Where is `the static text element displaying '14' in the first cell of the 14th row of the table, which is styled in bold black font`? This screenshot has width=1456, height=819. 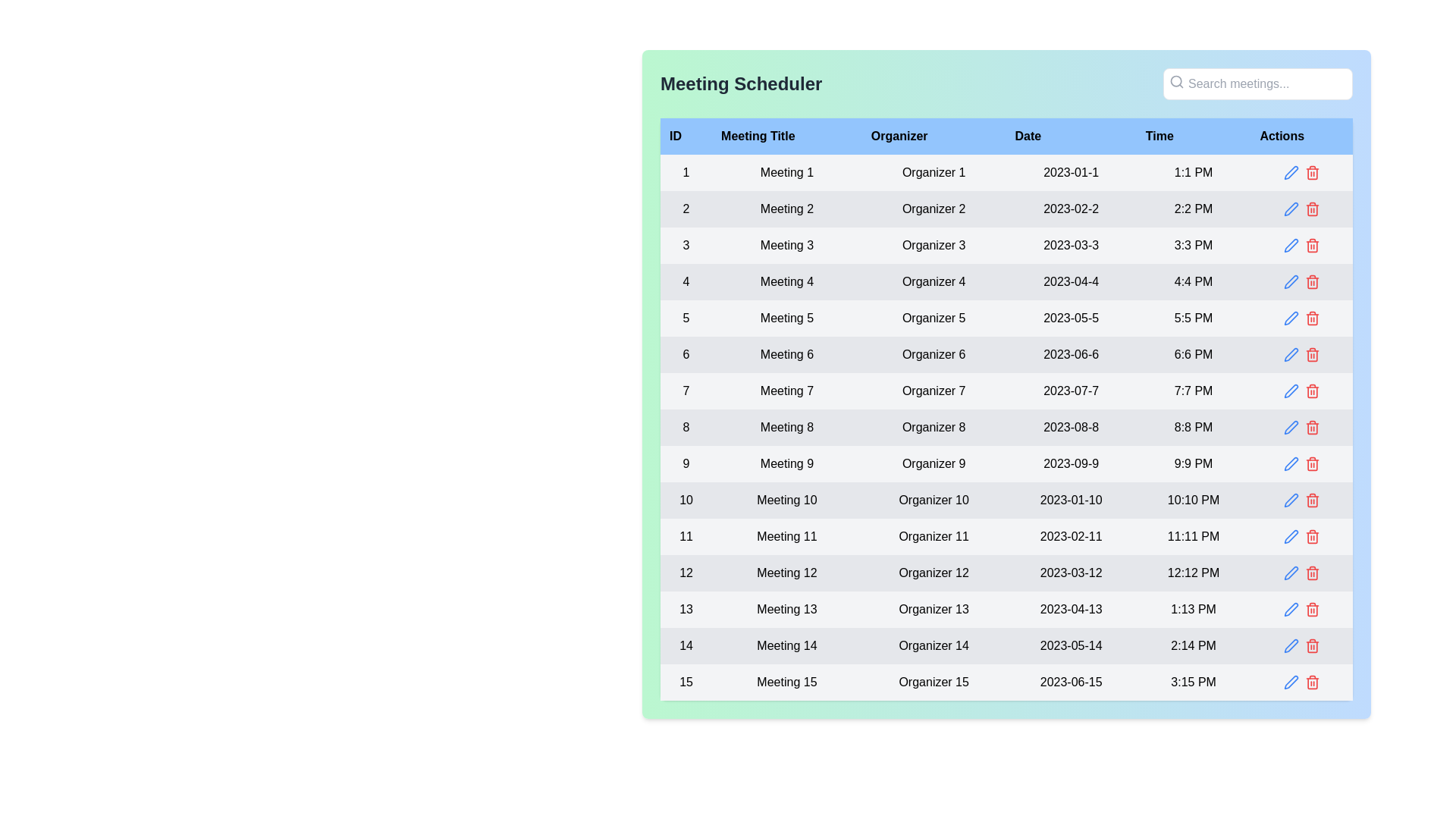
the static text element displaying '14' in the first cell of the 14th row of the table, which is styled in bold black font is located at coordinates (686, 646).